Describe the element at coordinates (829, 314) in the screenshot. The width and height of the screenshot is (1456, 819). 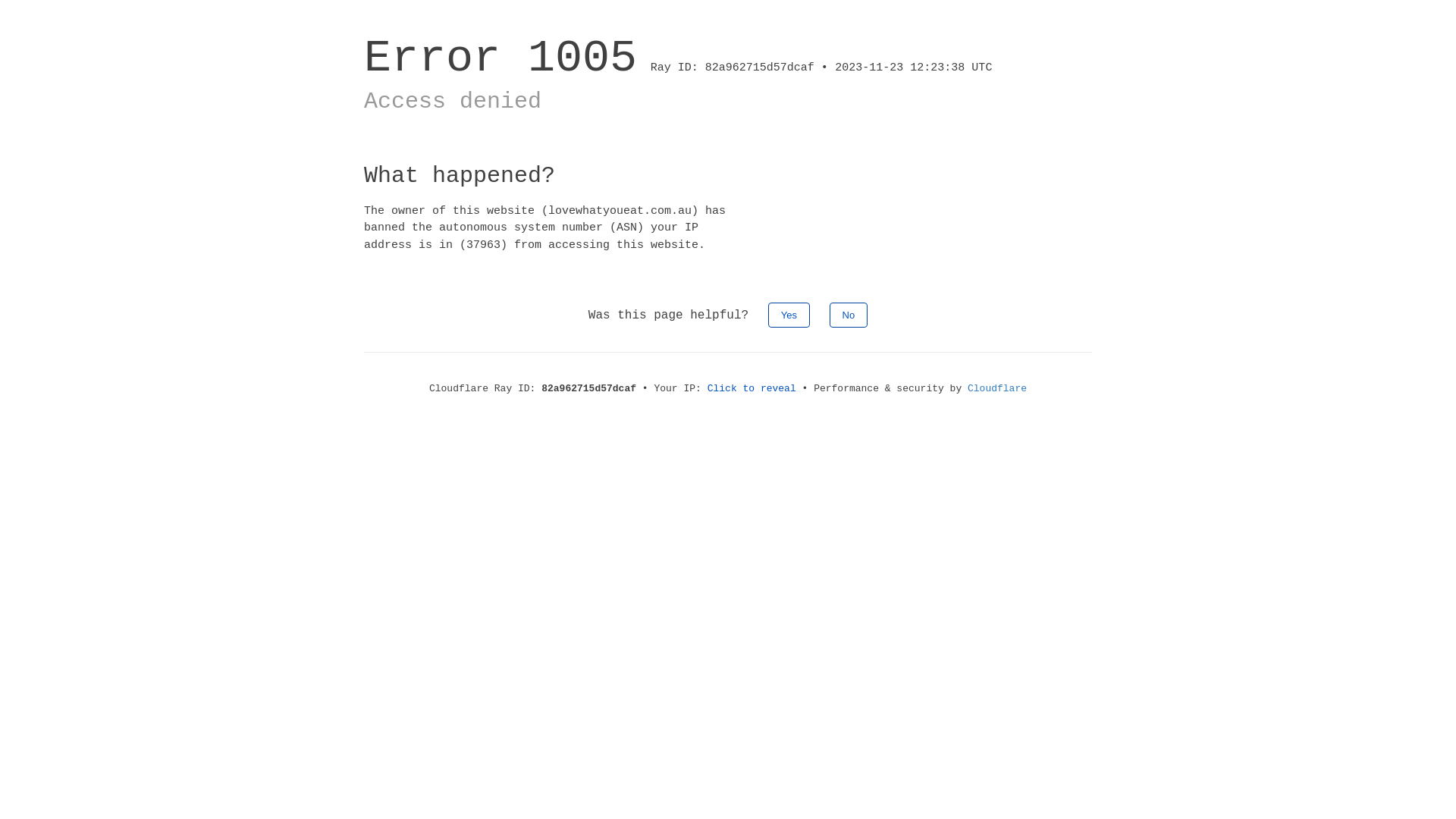
I see `'No'` at that location.